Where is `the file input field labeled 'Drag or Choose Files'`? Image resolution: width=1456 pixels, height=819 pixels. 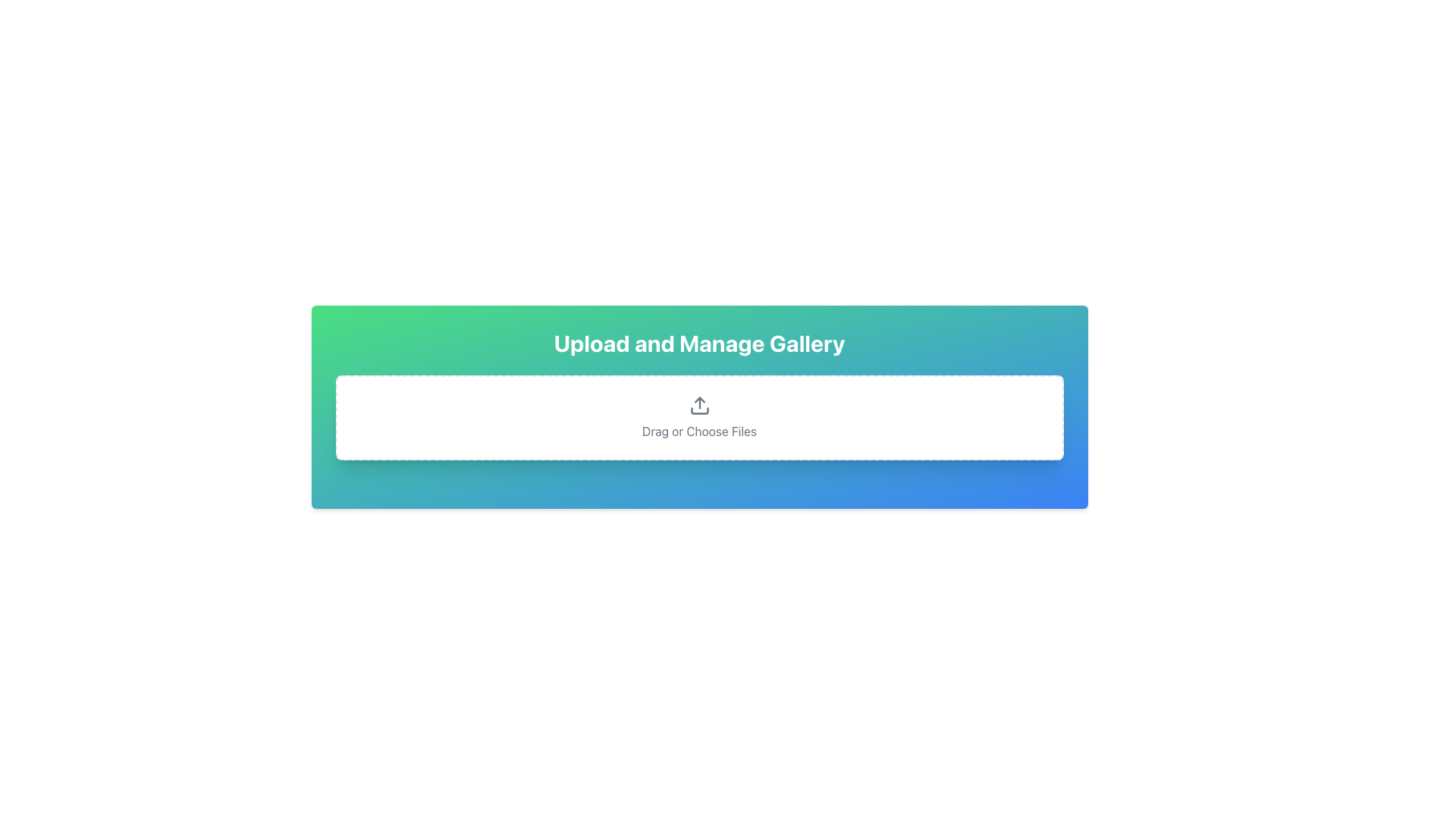 the file input field labeled 'Drag or Choose Files' is located at coordinates (698, 418).